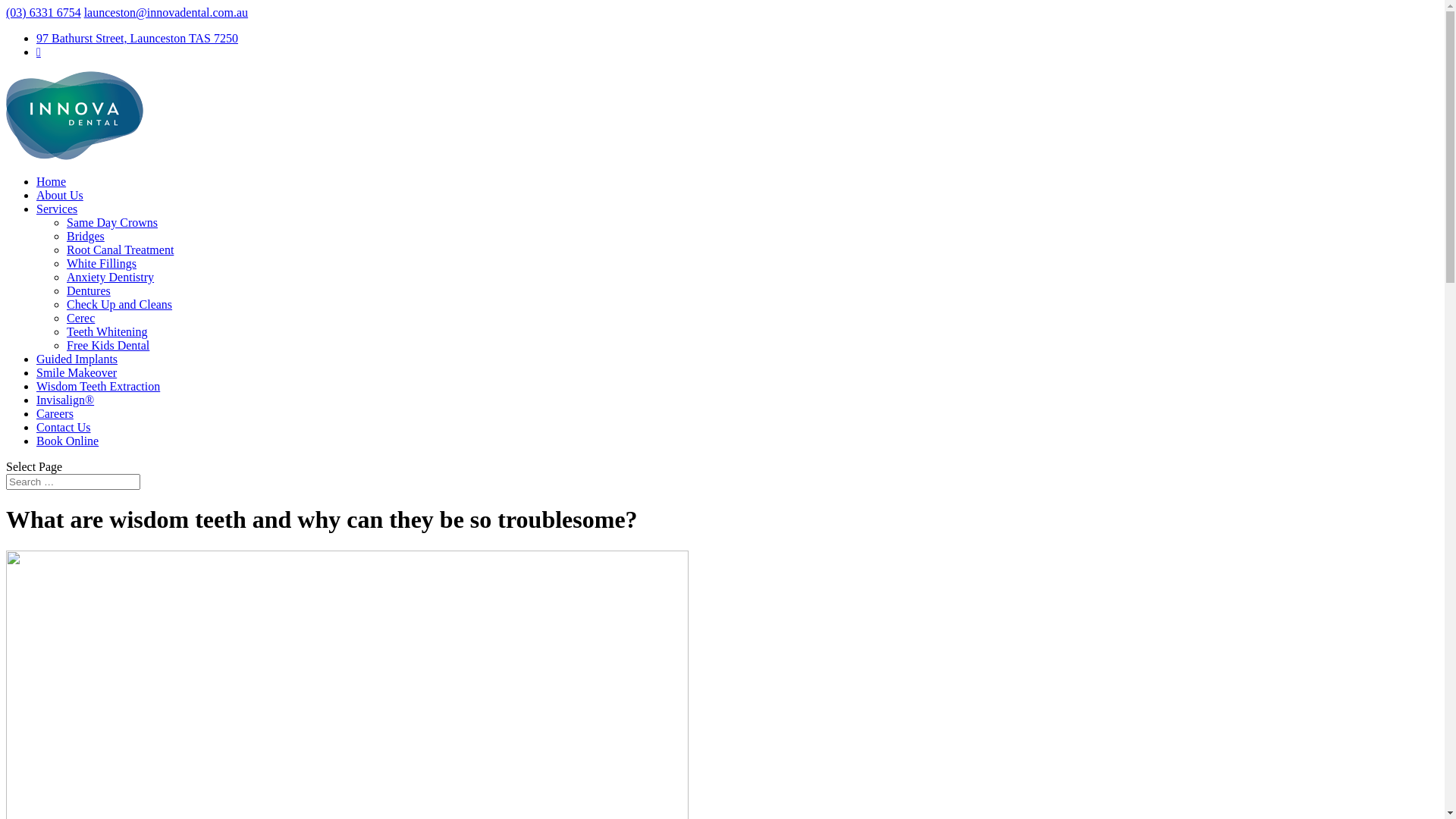 The width and height of the screenshot is (1456, 819). What do you see at coordinates (137, 37) in the screenshot?
I see `'97 Bathurst Street, Launceston TAS 7250'` at bounding box center [137, 37].